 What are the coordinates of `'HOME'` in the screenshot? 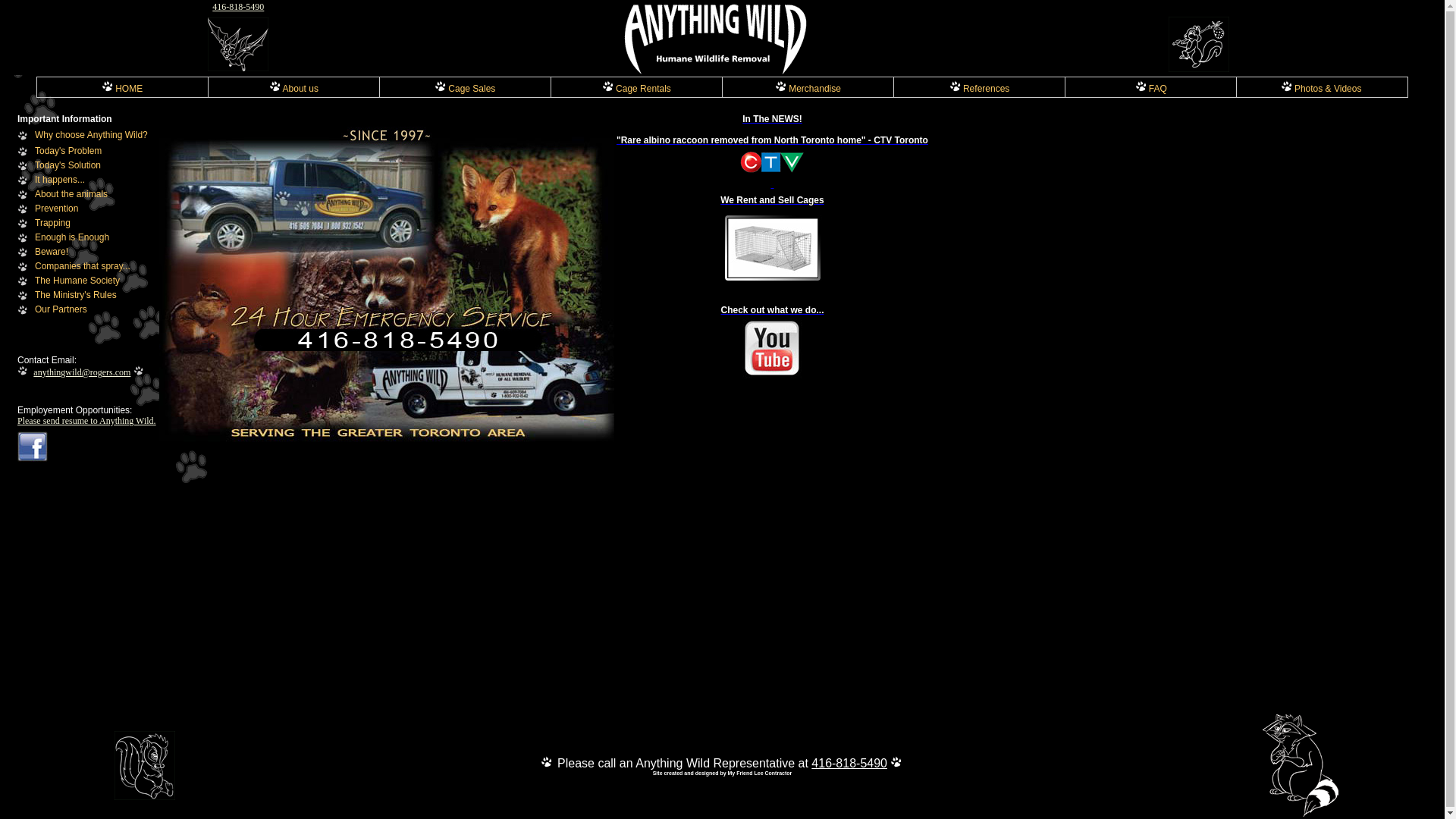 It's located at (122, 88).